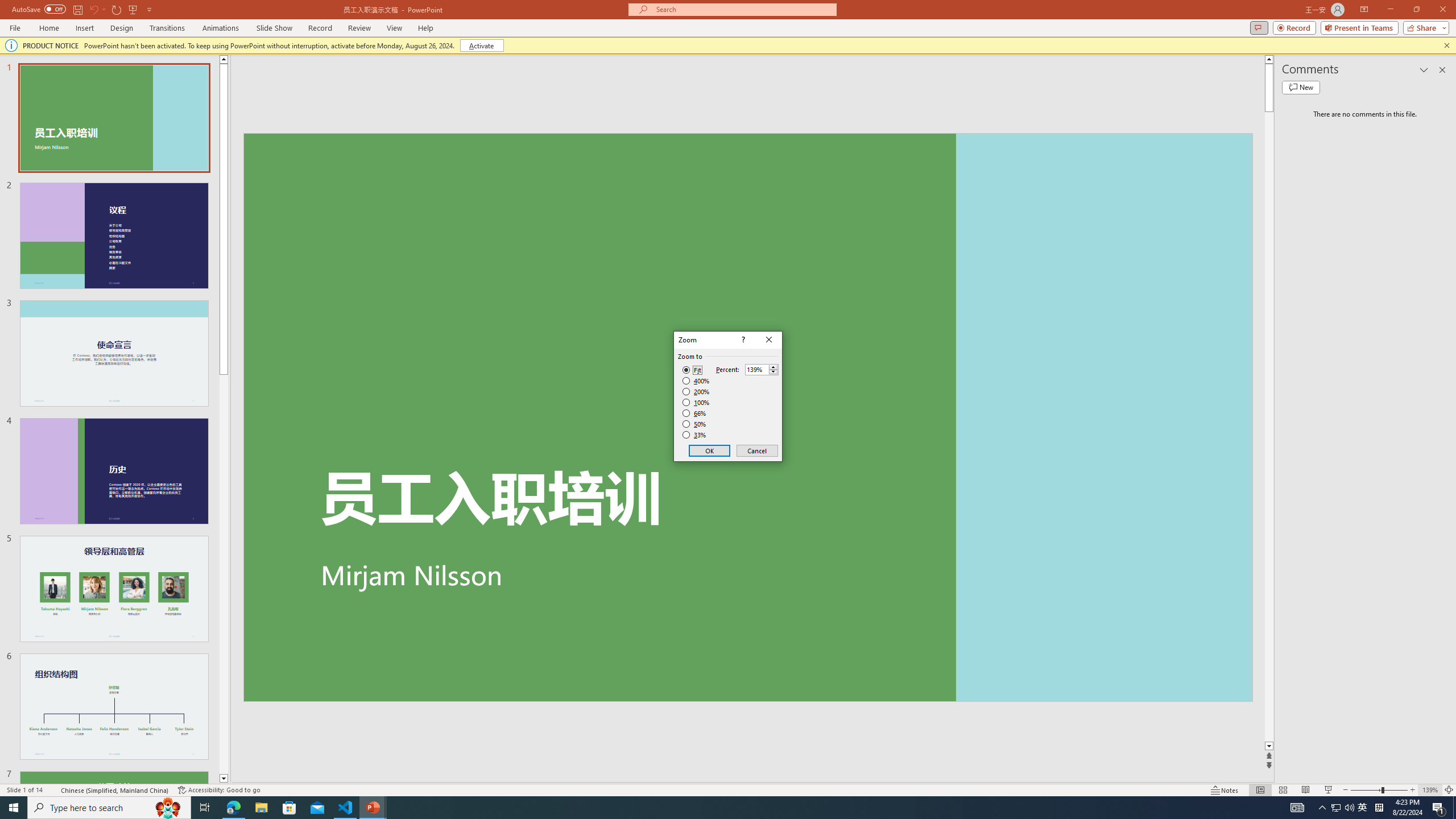 This screenshot has height=819, width=1456. I want to click on '100%', so click(696, 402).